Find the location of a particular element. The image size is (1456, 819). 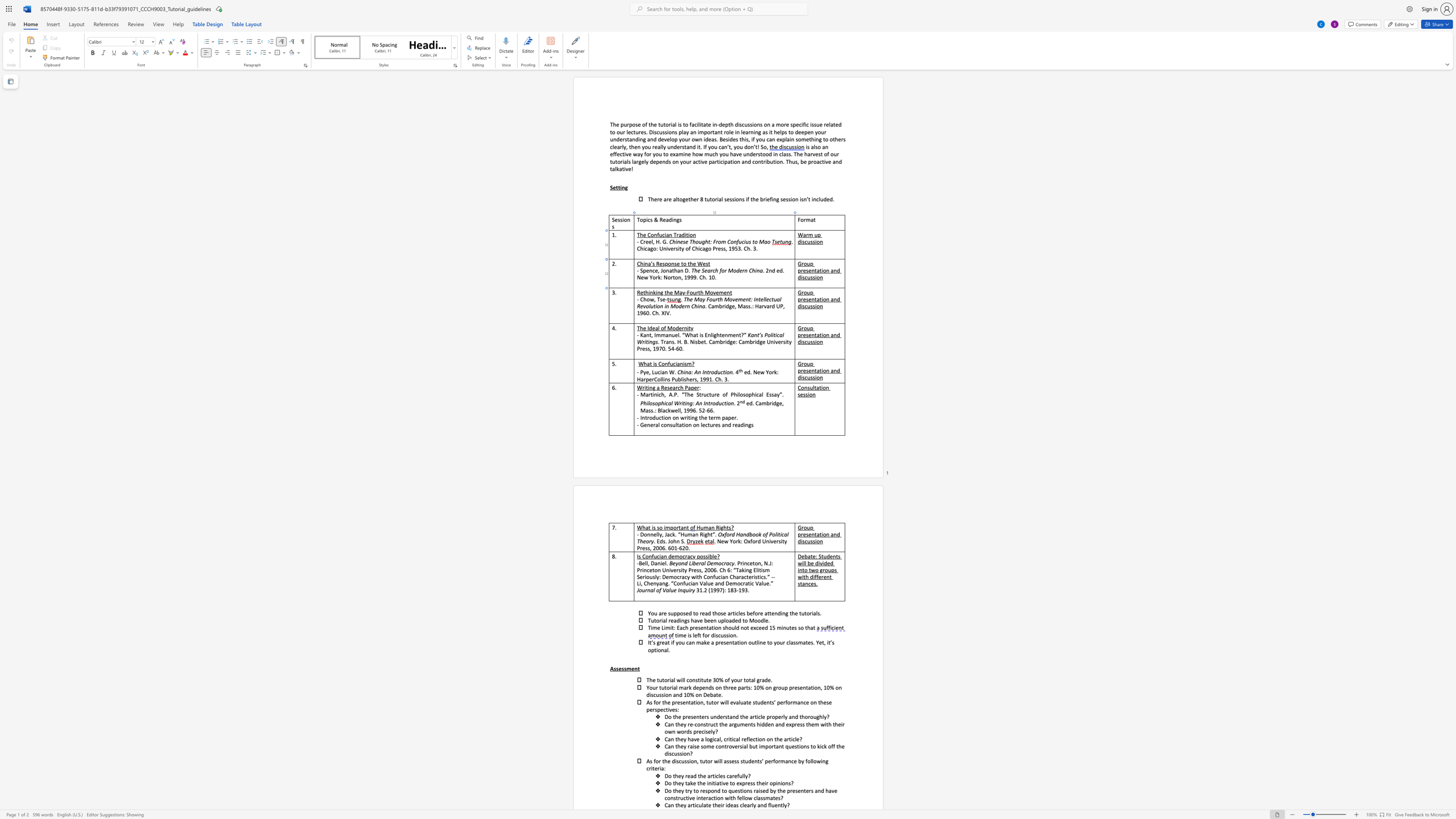

the 1th character "r" in the text is located at coordinates (696, 292).